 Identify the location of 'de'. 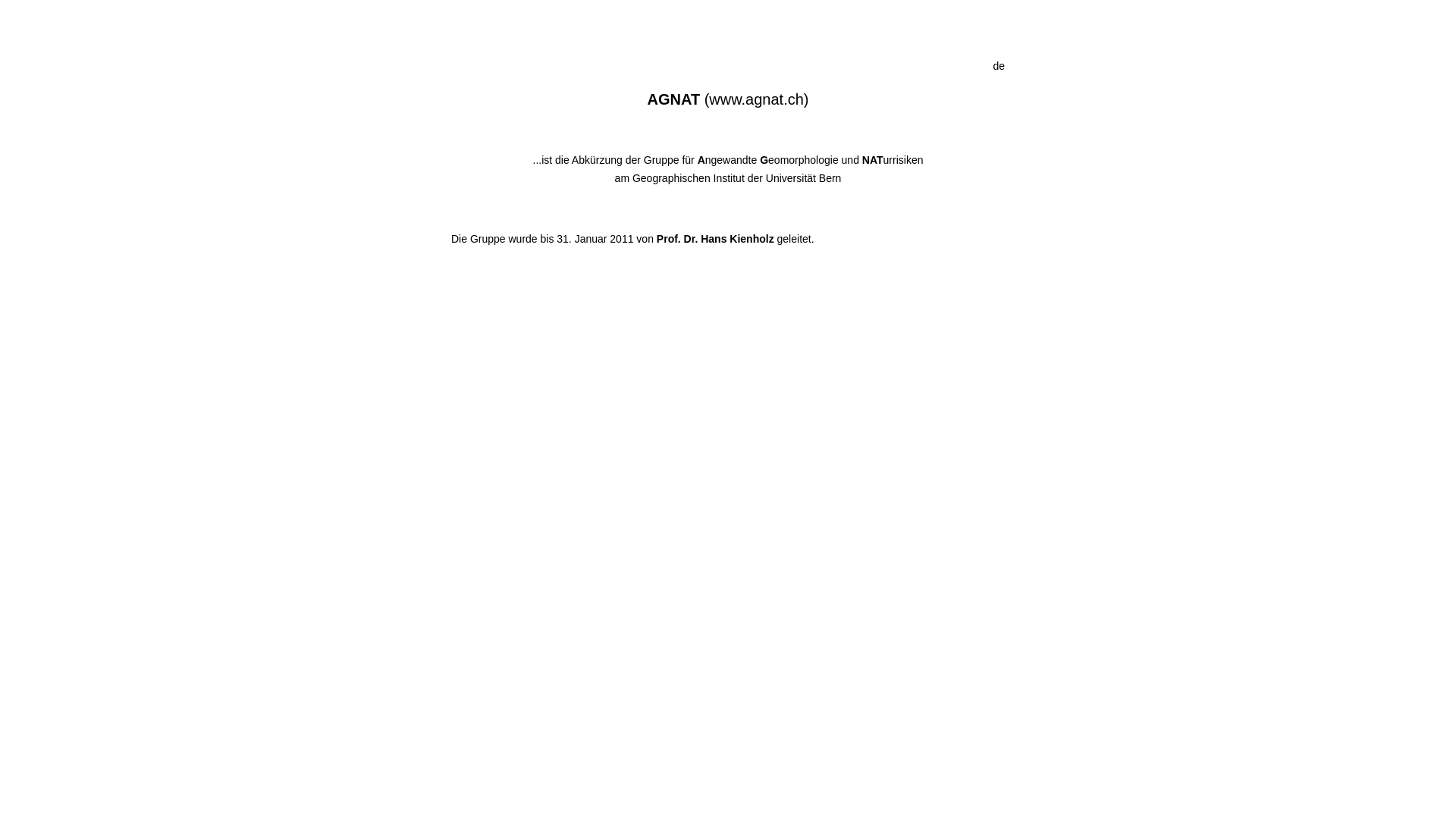
(998, 65).